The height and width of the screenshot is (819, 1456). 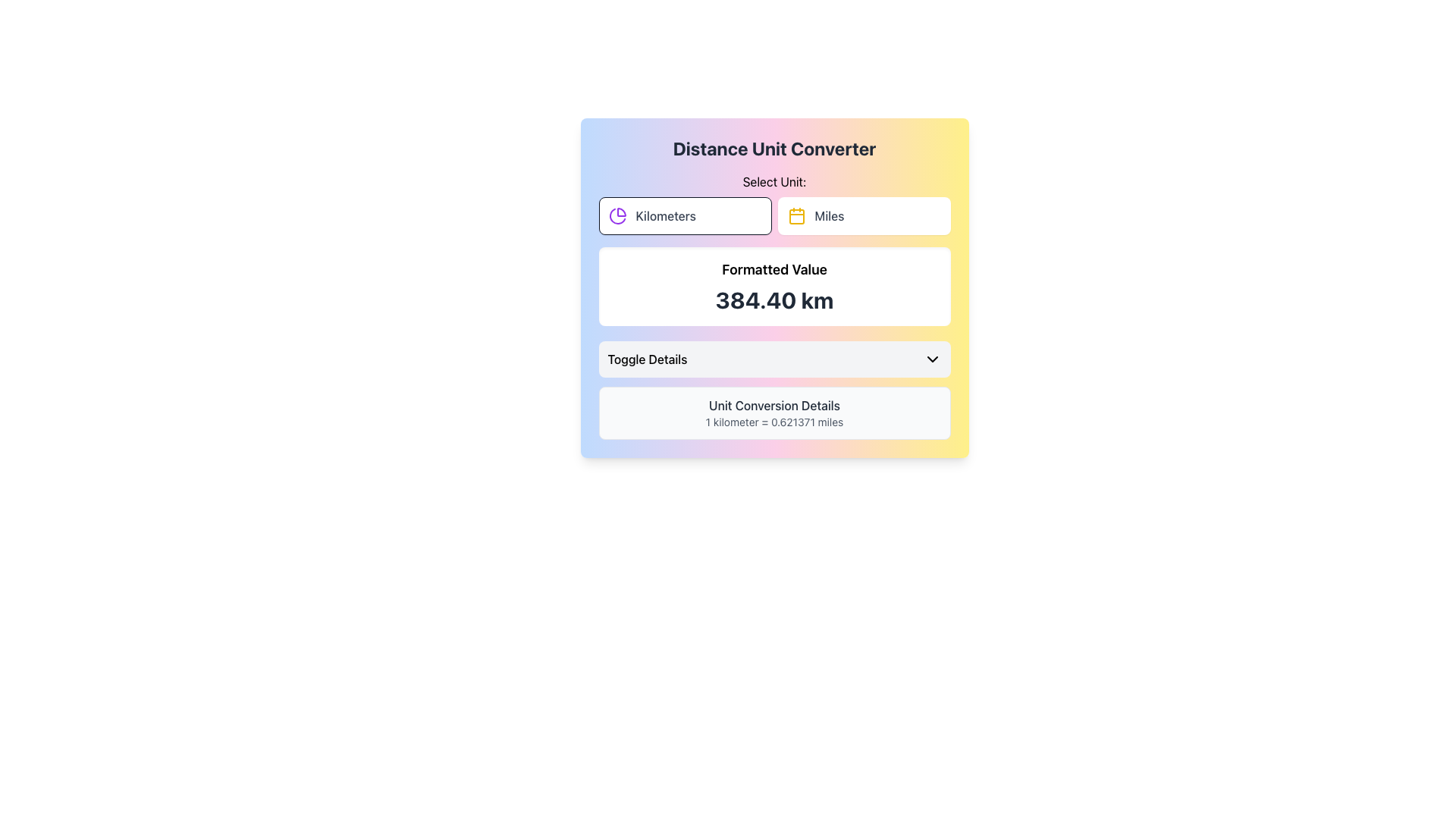 I want to click on the toggle button located centrally above the description box, so click(x=774, y=359).